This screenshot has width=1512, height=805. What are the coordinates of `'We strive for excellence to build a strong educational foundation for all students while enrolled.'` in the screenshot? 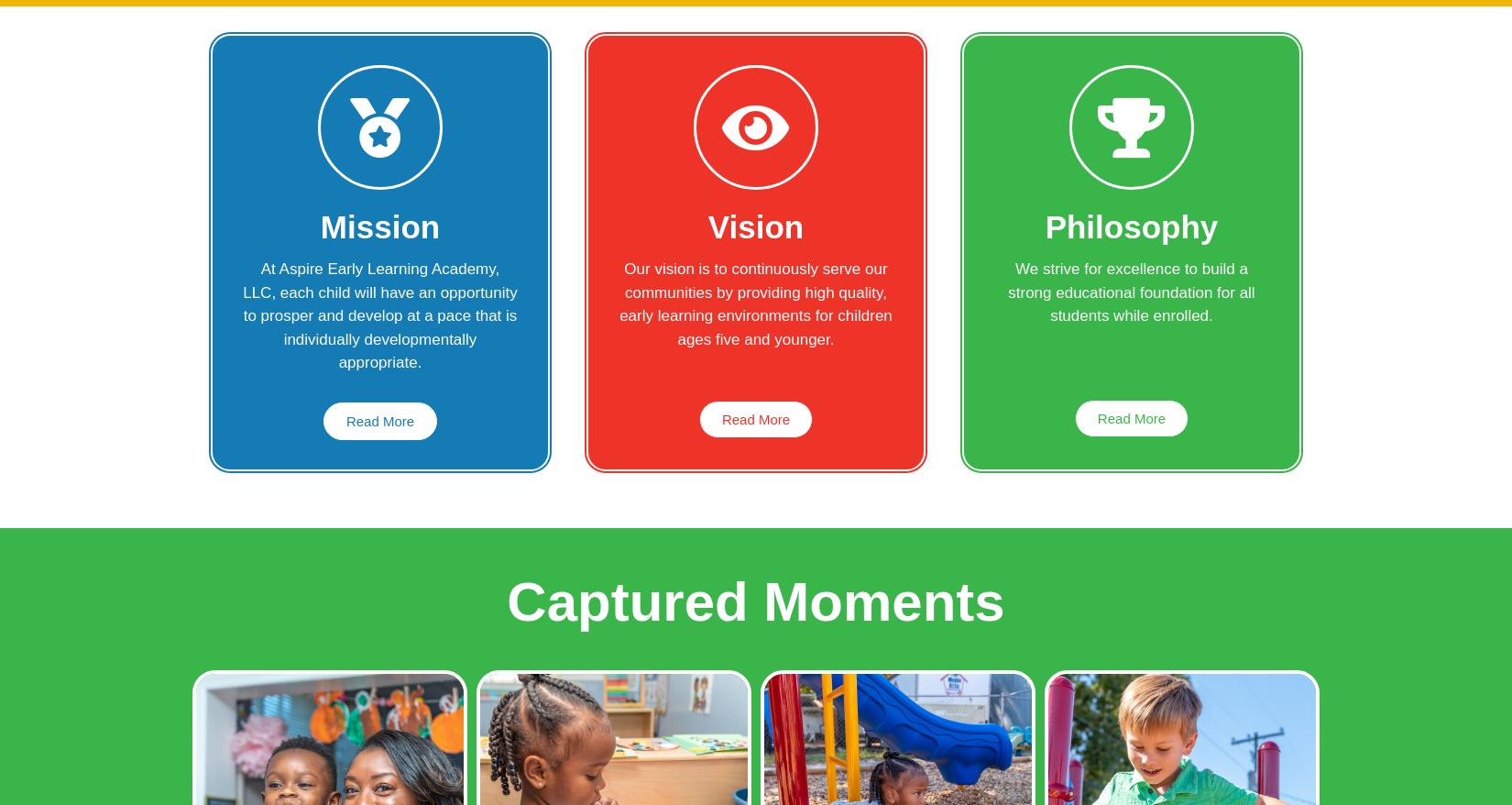 It's located at (1008, 292).